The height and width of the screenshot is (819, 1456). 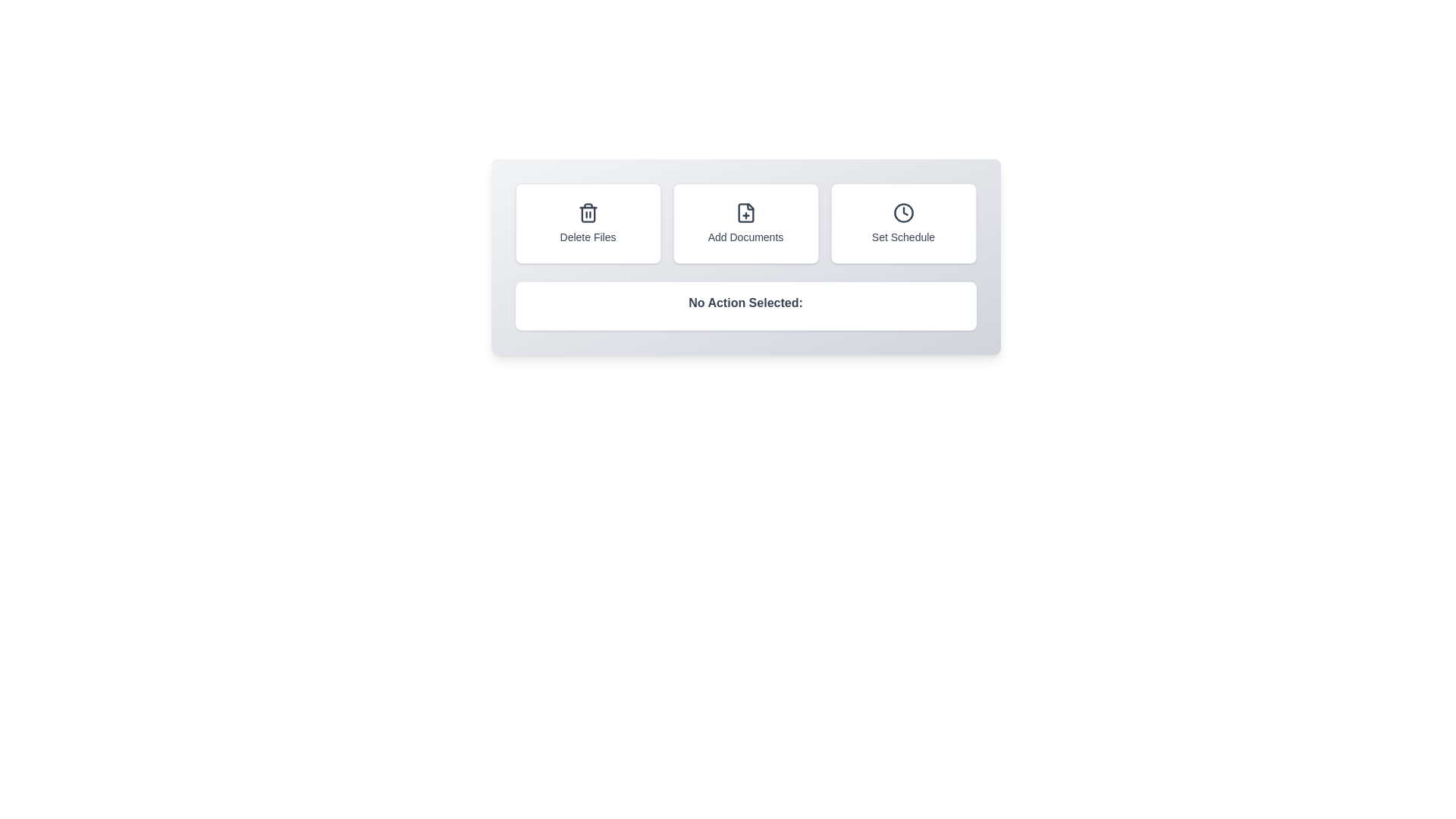 I want to click on the Text Label that indicates the functionality to add documents, located centrally between the 'Delete Files' and 'Set Schedule' buttons, so click(x=745, y=237).